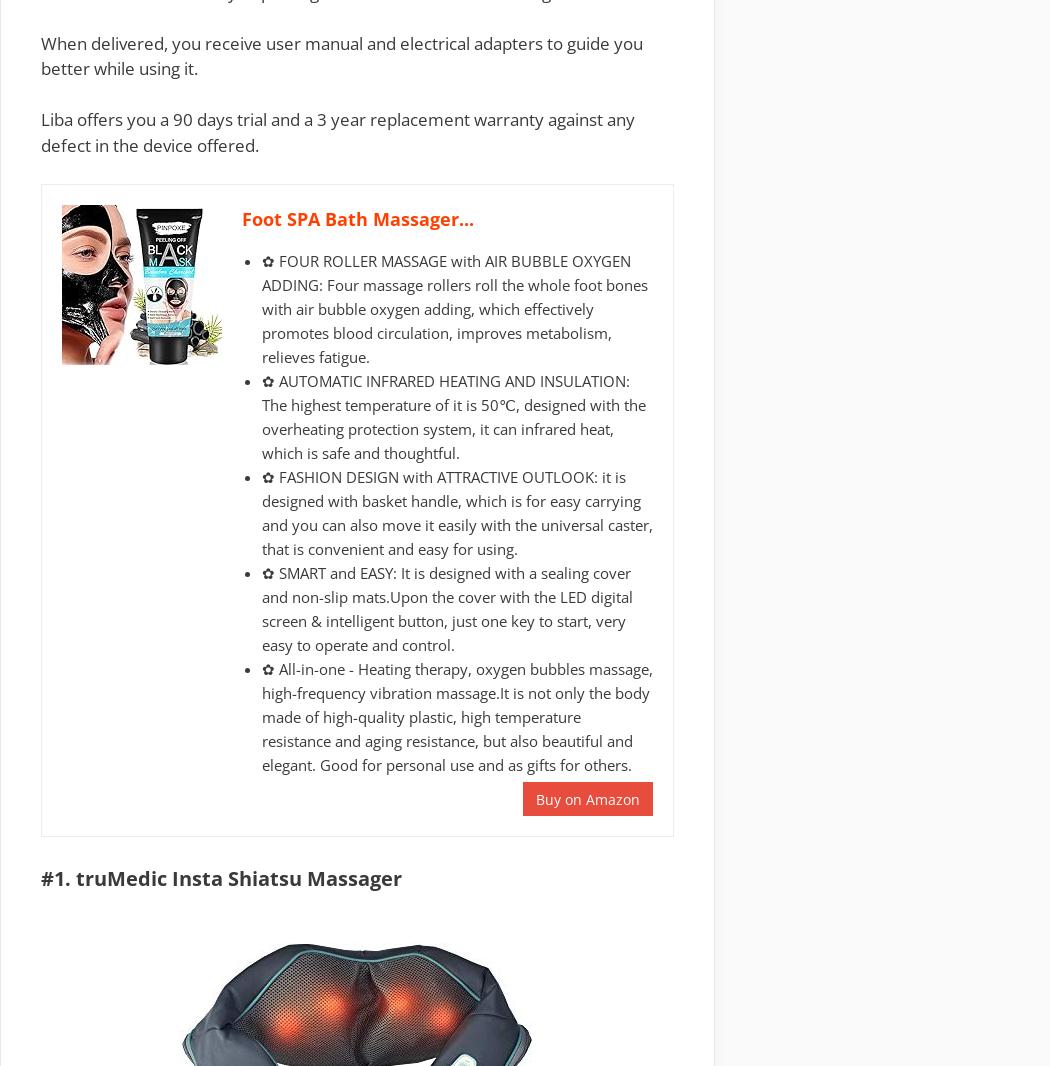  Describe the element at coordinates (457, 511) in the screenshot. I see `'✿ FASHION DESIGN with ATTRACTIVE OUTLOOK: it is designed with basket handle, which is for easy carrying and you can also move it easily with the universal caster, that is convenient and easy for using.'` at that location.